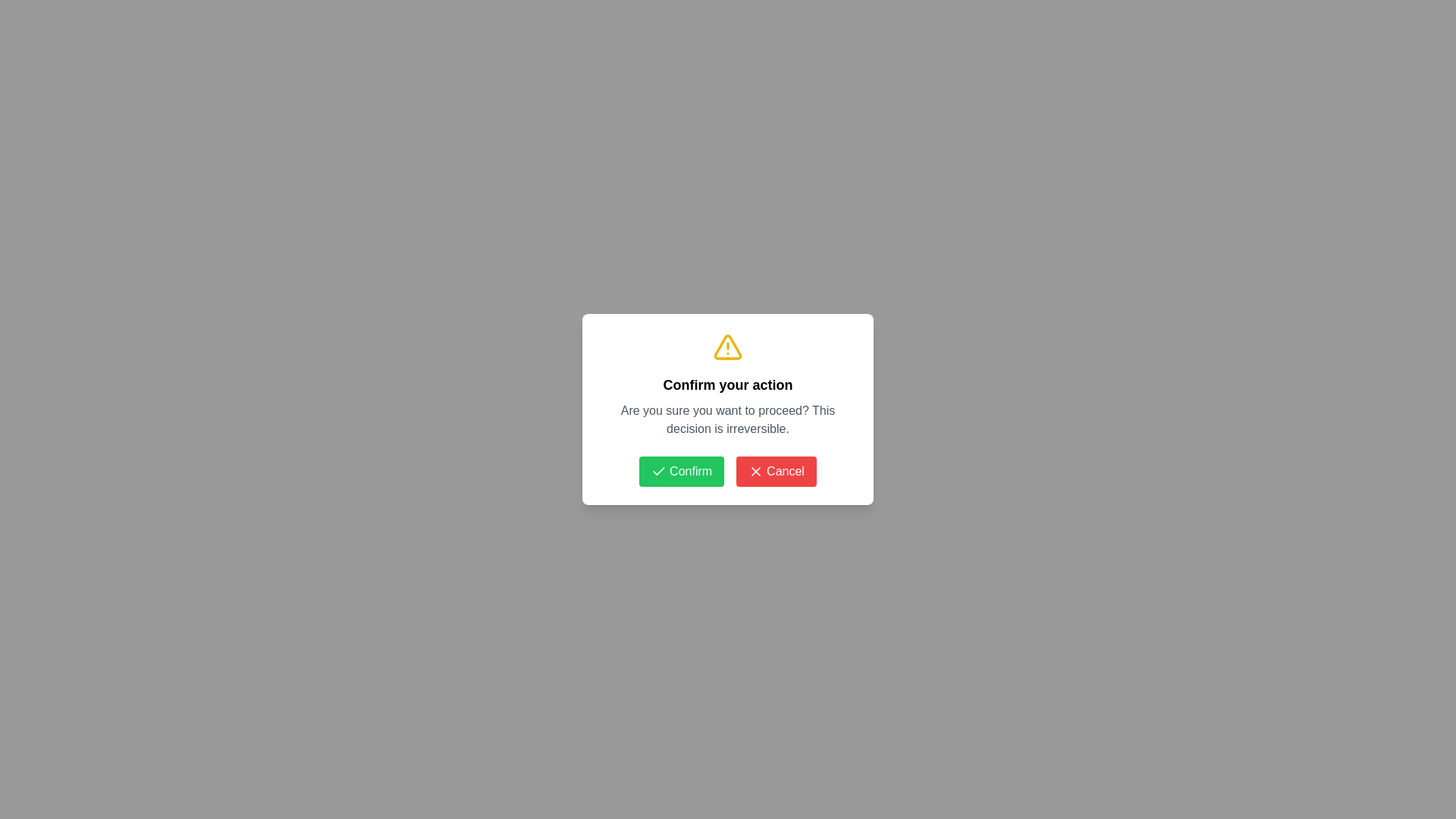 The width and height of the screenshot is (1456, 819). Describe the element at coordinates (728, 347) in the screenshot. I see `the alert icon located centrally within the confirmation modal, positioned above the title text 'Confirm your action'` at that location.